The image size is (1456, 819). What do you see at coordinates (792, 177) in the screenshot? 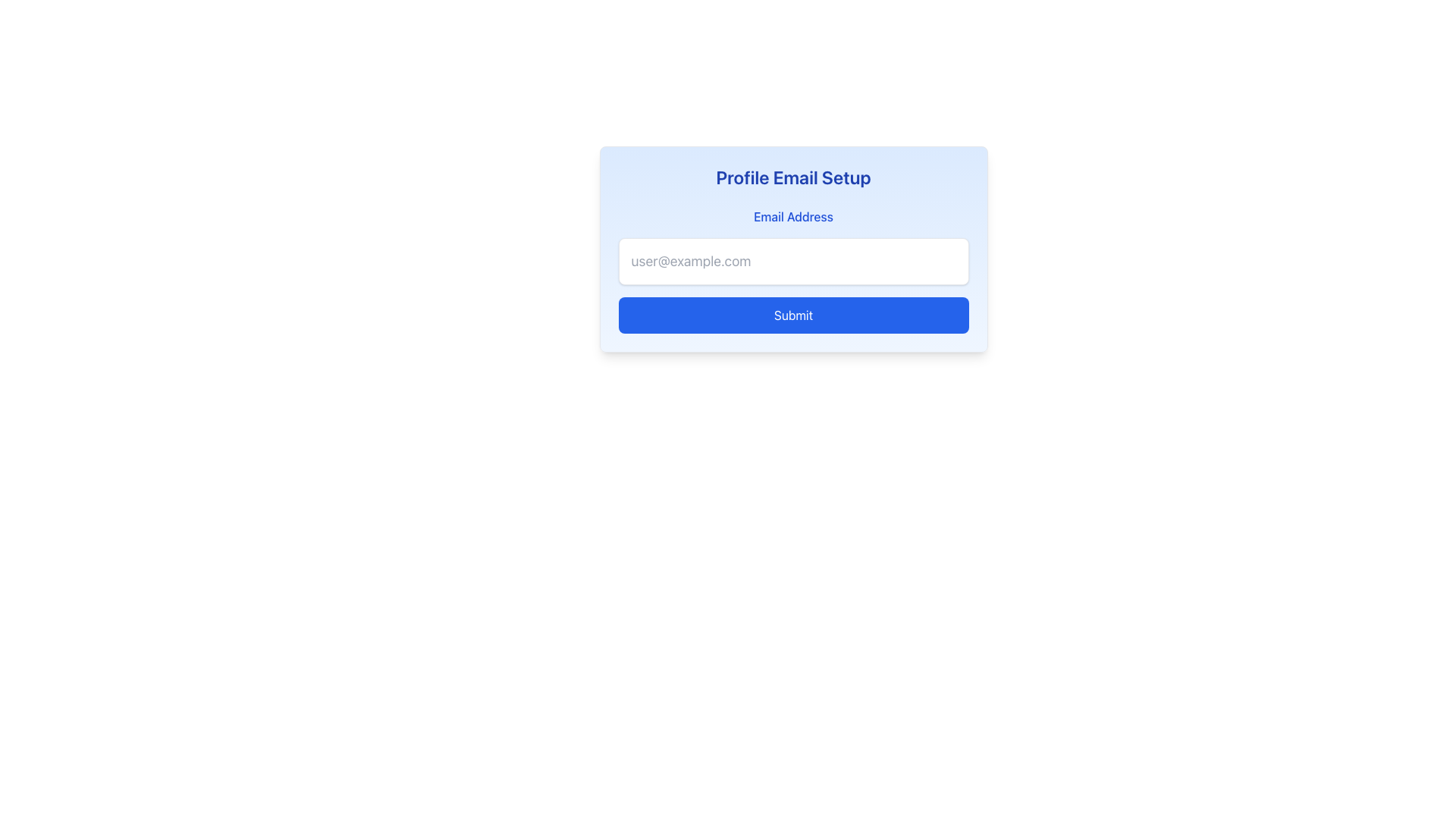
I see `the heading 'Profile Email Setup', which is styled with a bold, large blue font and located at the top of the panel` at bounding box center [792, 177].